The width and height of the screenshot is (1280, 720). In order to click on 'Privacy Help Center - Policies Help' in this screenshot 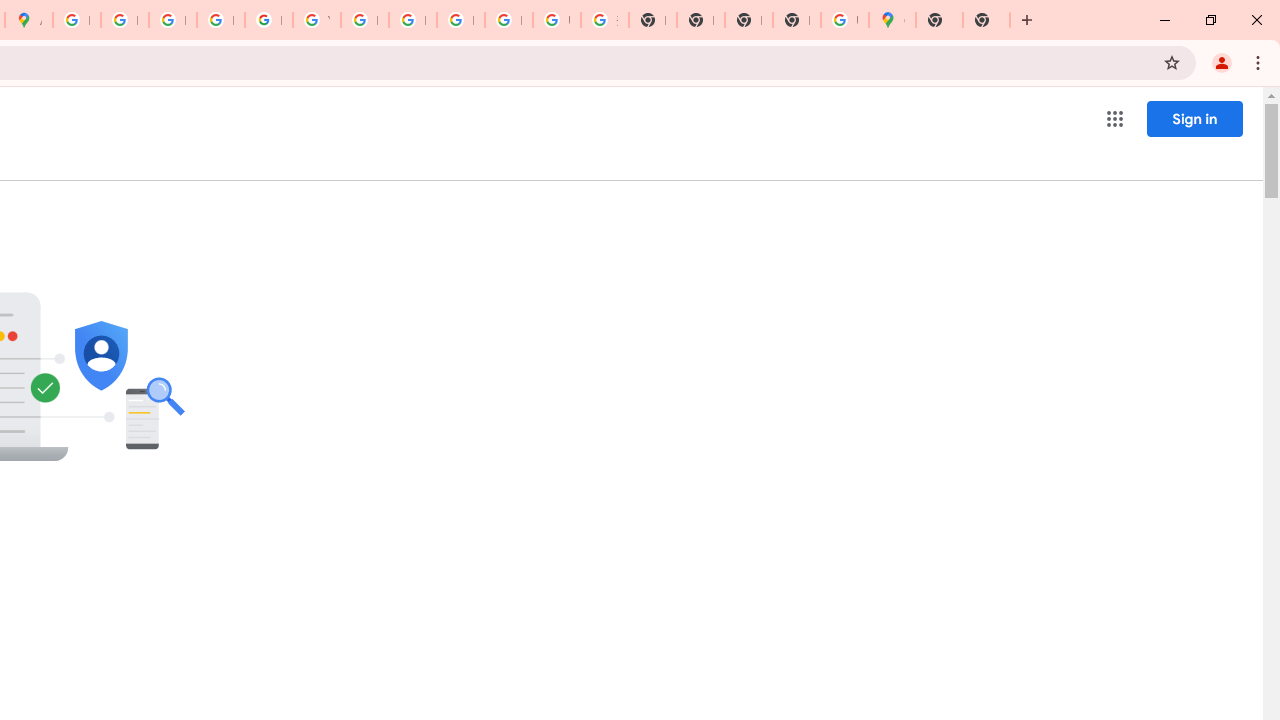, I will do `click(172, 20)`.